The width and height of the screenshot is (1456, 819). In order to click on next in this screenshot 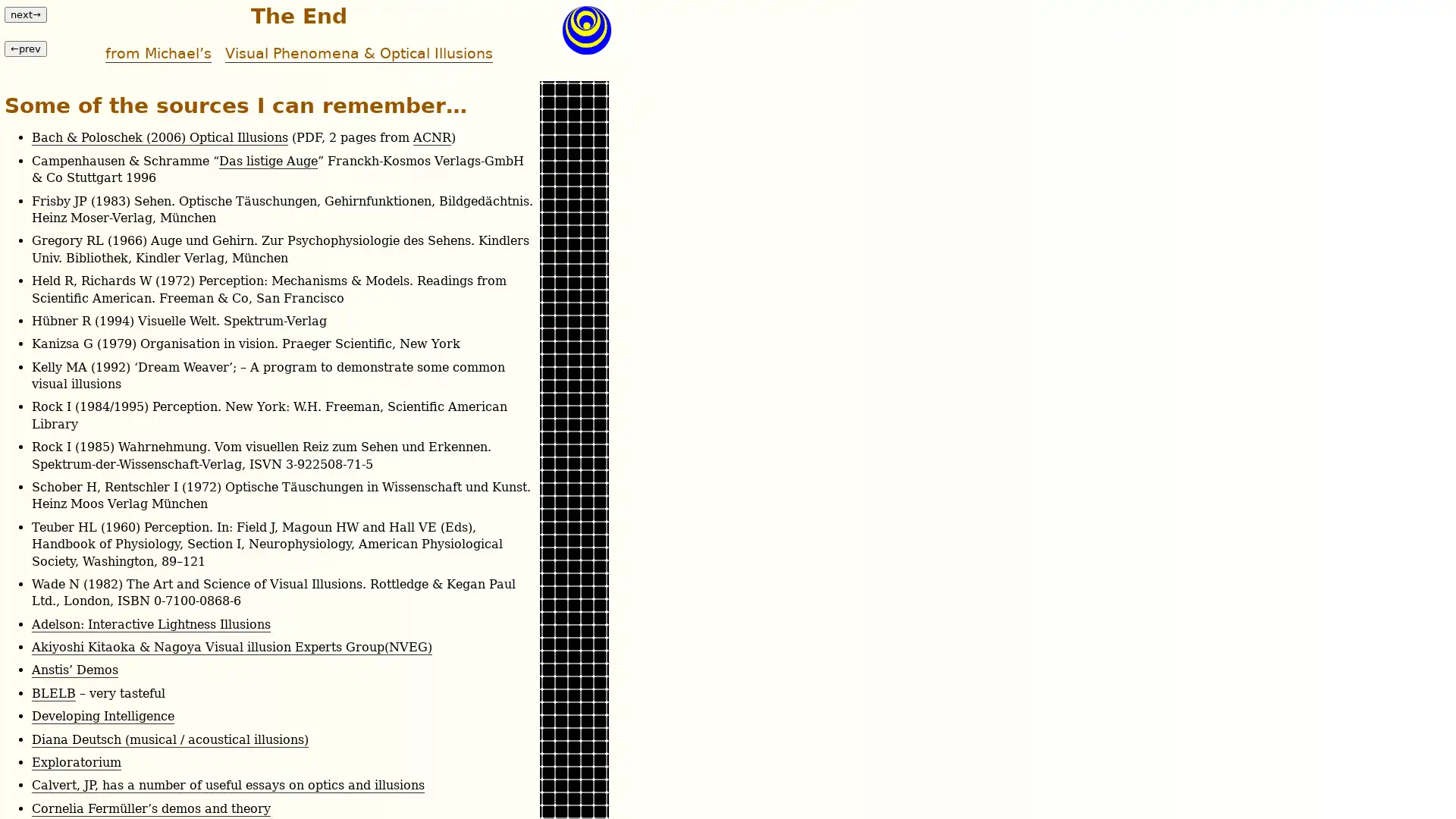, I will do `click(25, 14)`.